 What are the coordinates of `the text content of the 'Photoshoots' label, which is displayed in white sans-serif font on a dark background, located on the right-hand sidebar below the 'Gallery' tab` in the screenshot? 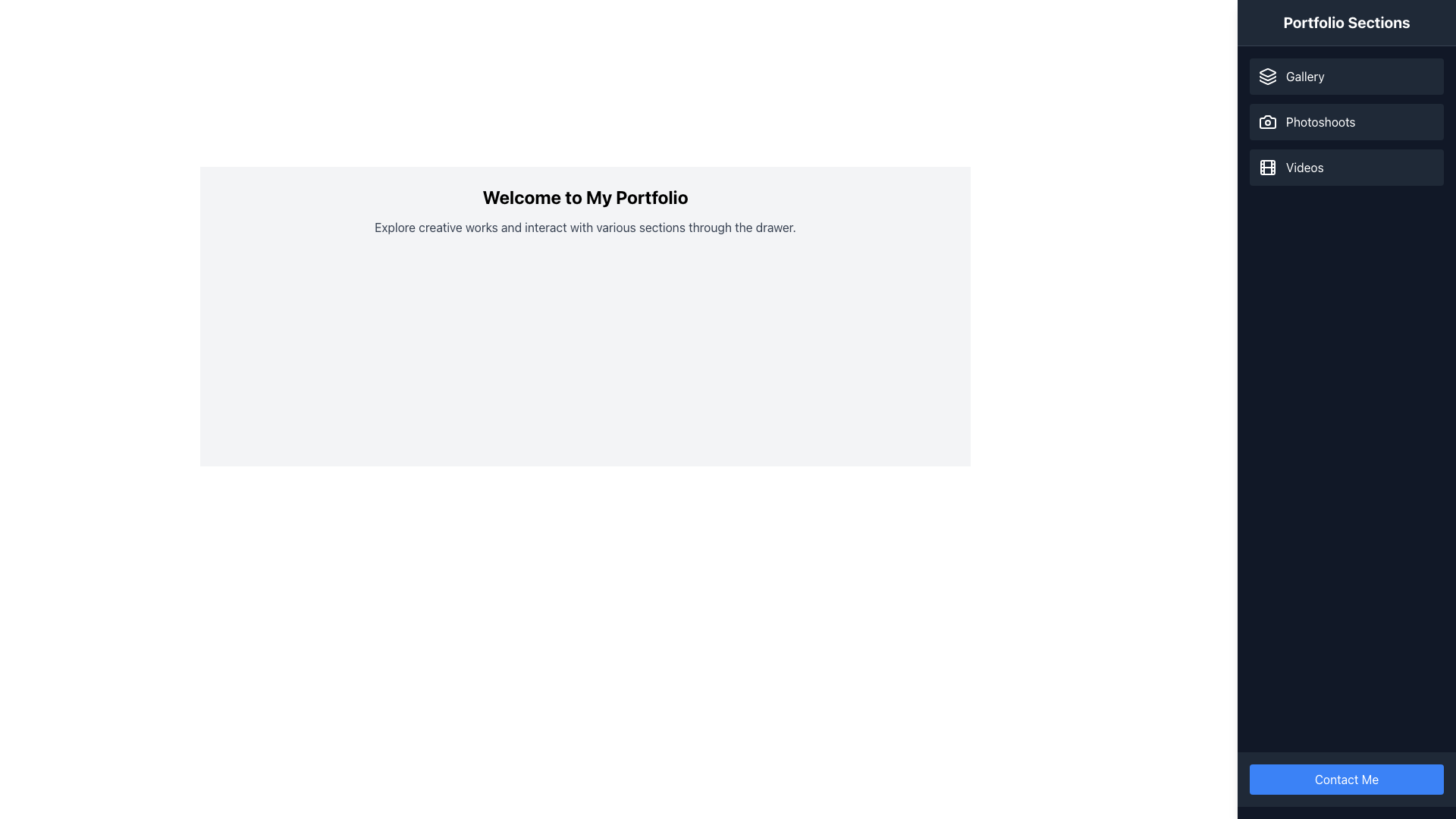 It's located at (1319, 121).